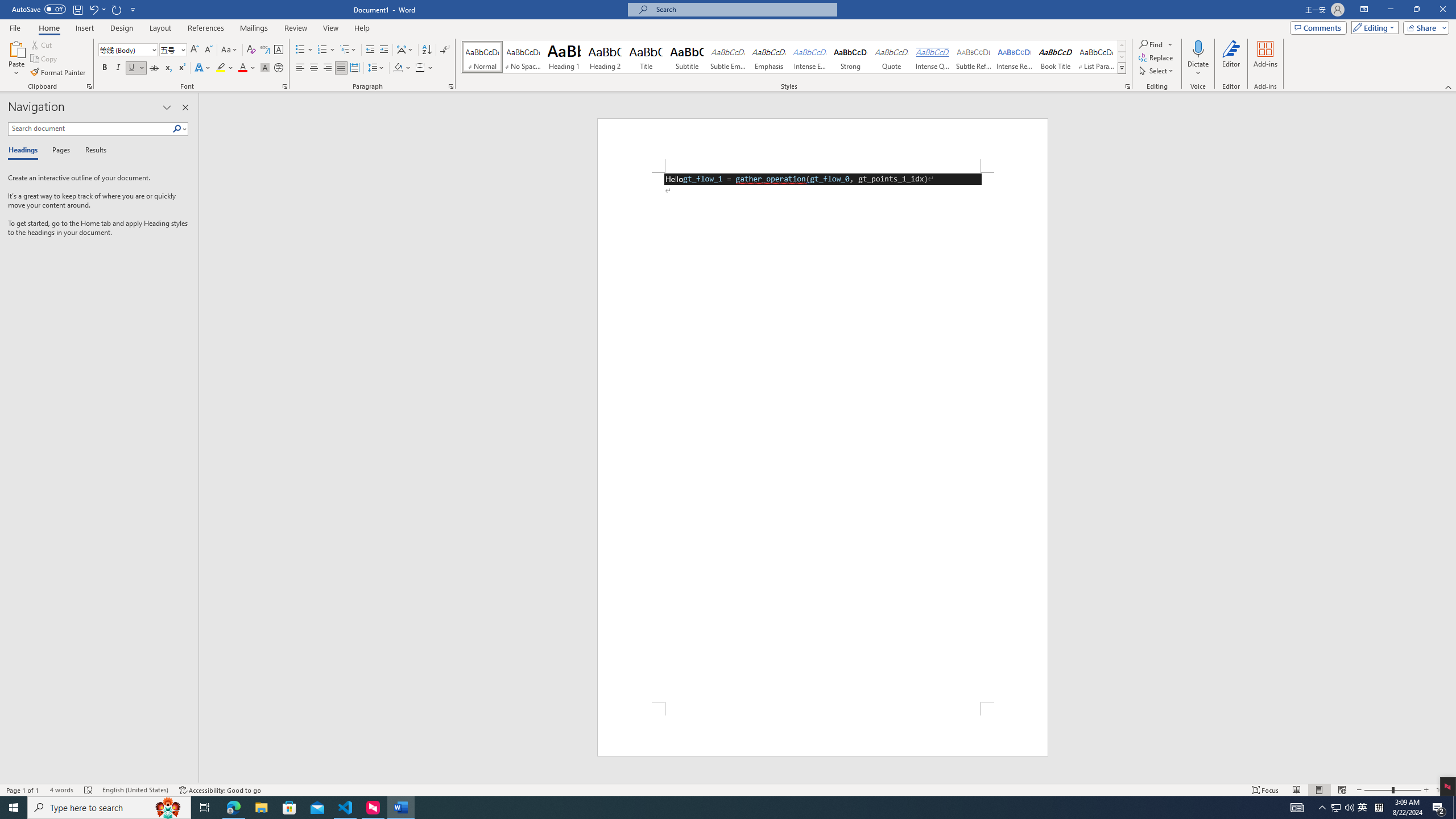 This screenshot has height=819, width=1456. Describe the element at coordinates (892, 56) in the screenshot. I see `'Quote'` at that location.